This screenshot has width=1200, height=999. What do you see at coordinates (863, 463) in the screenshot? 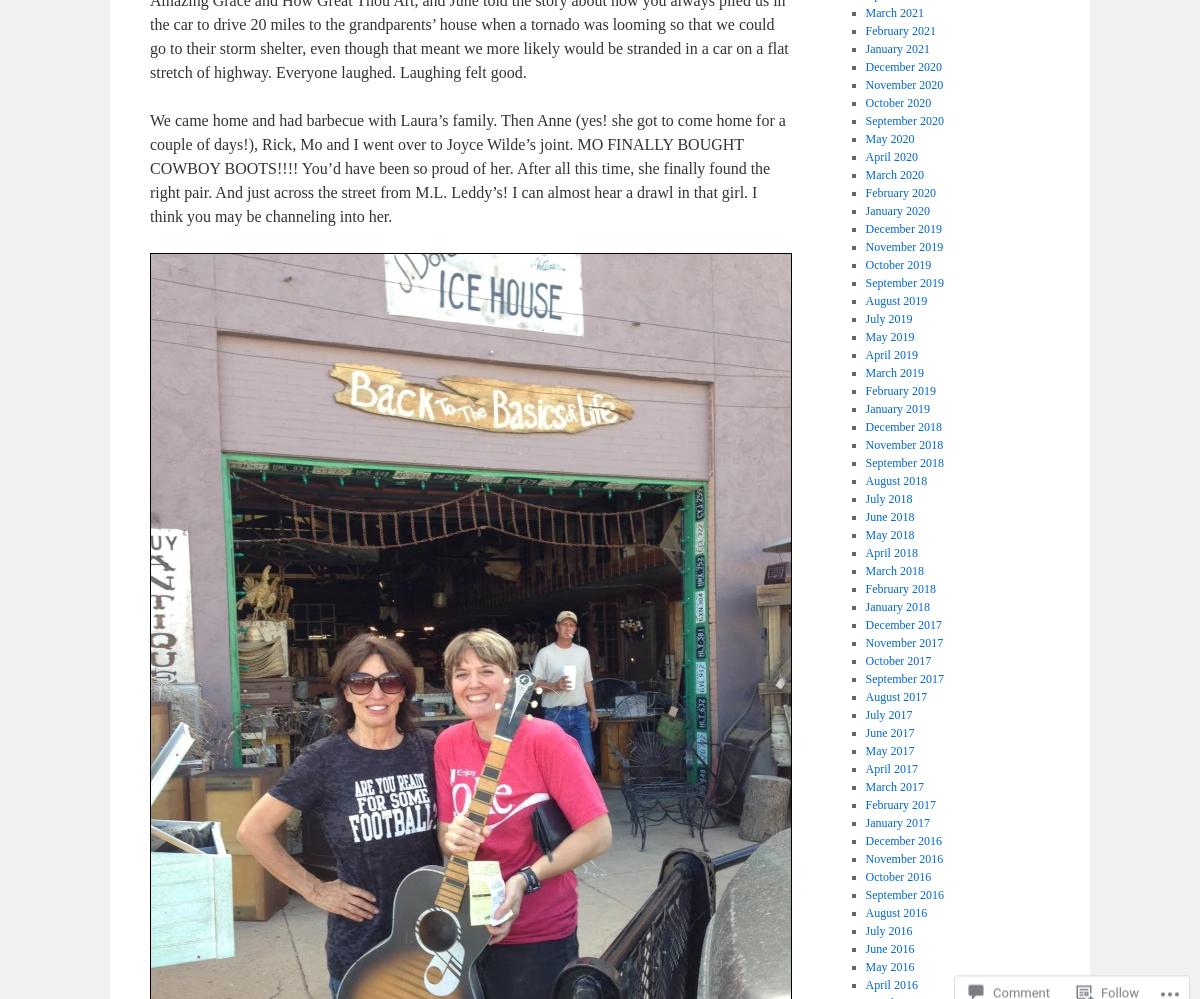
I see `'September 2018'` at bounding box center [863, 463].